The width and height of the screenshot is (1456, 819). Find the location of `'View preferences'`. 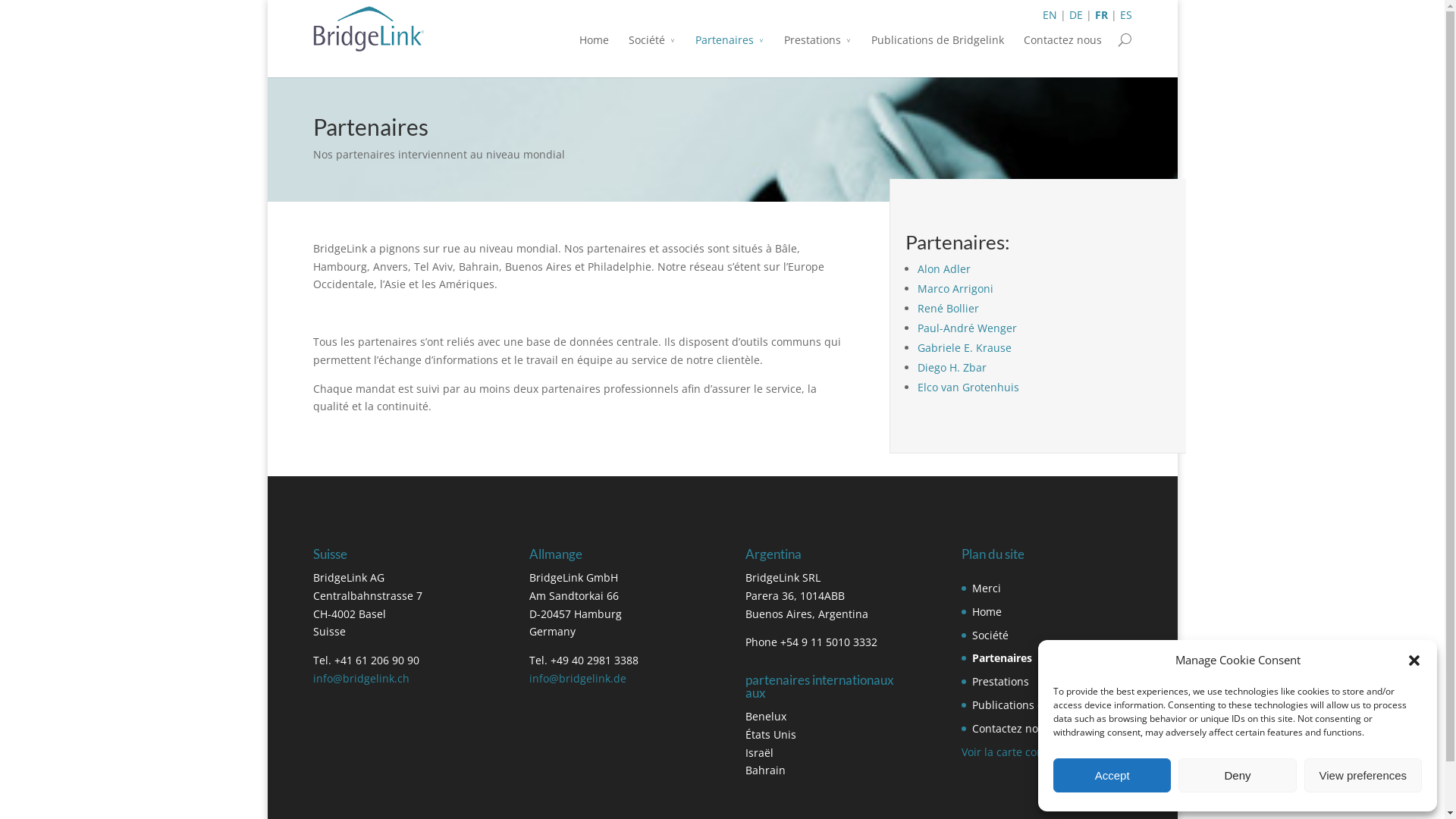

'View preferences' is located at coordinates (1363, 775).